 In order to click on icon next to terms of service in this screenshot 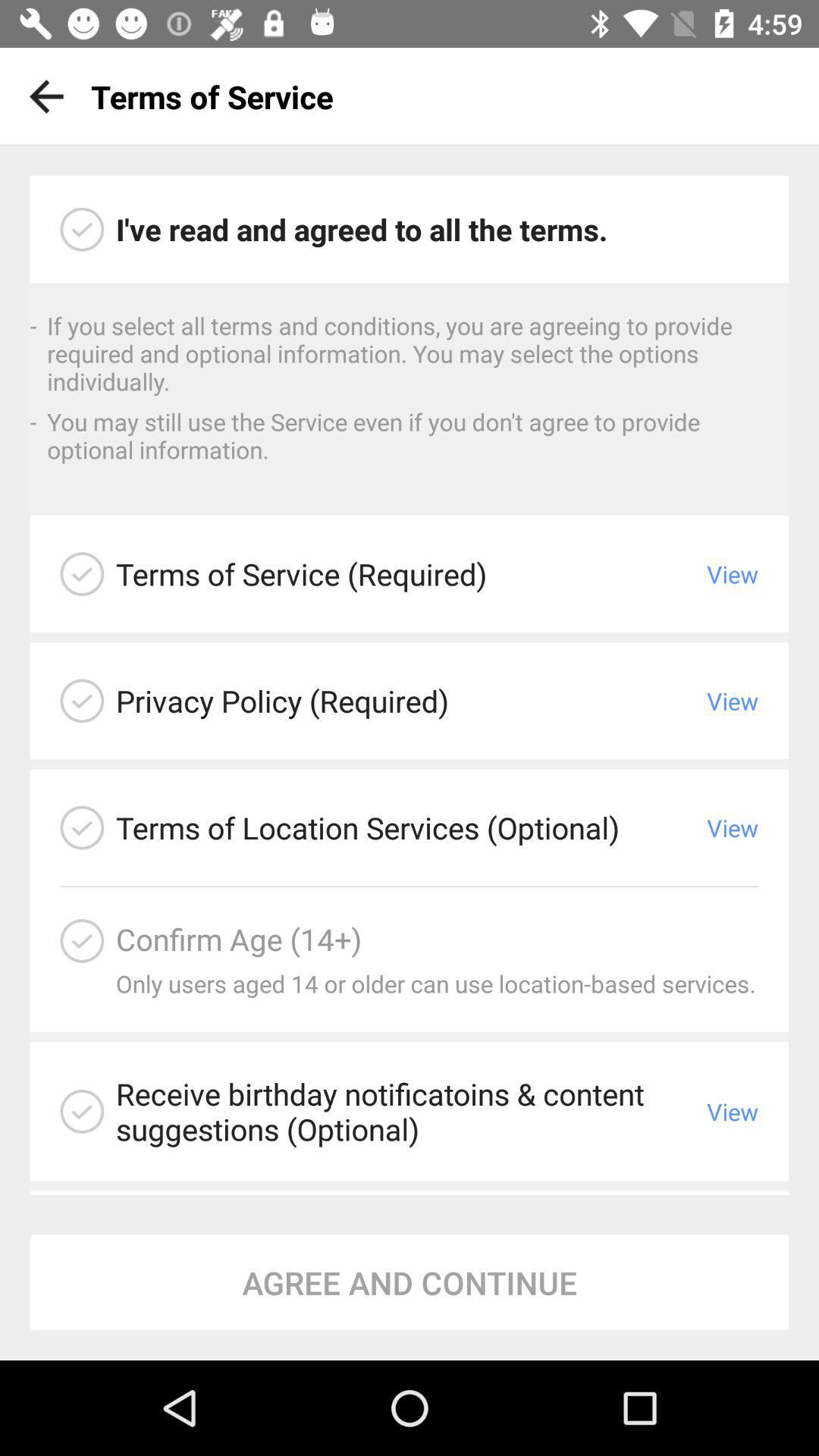, I will do `click(40, 96)`.